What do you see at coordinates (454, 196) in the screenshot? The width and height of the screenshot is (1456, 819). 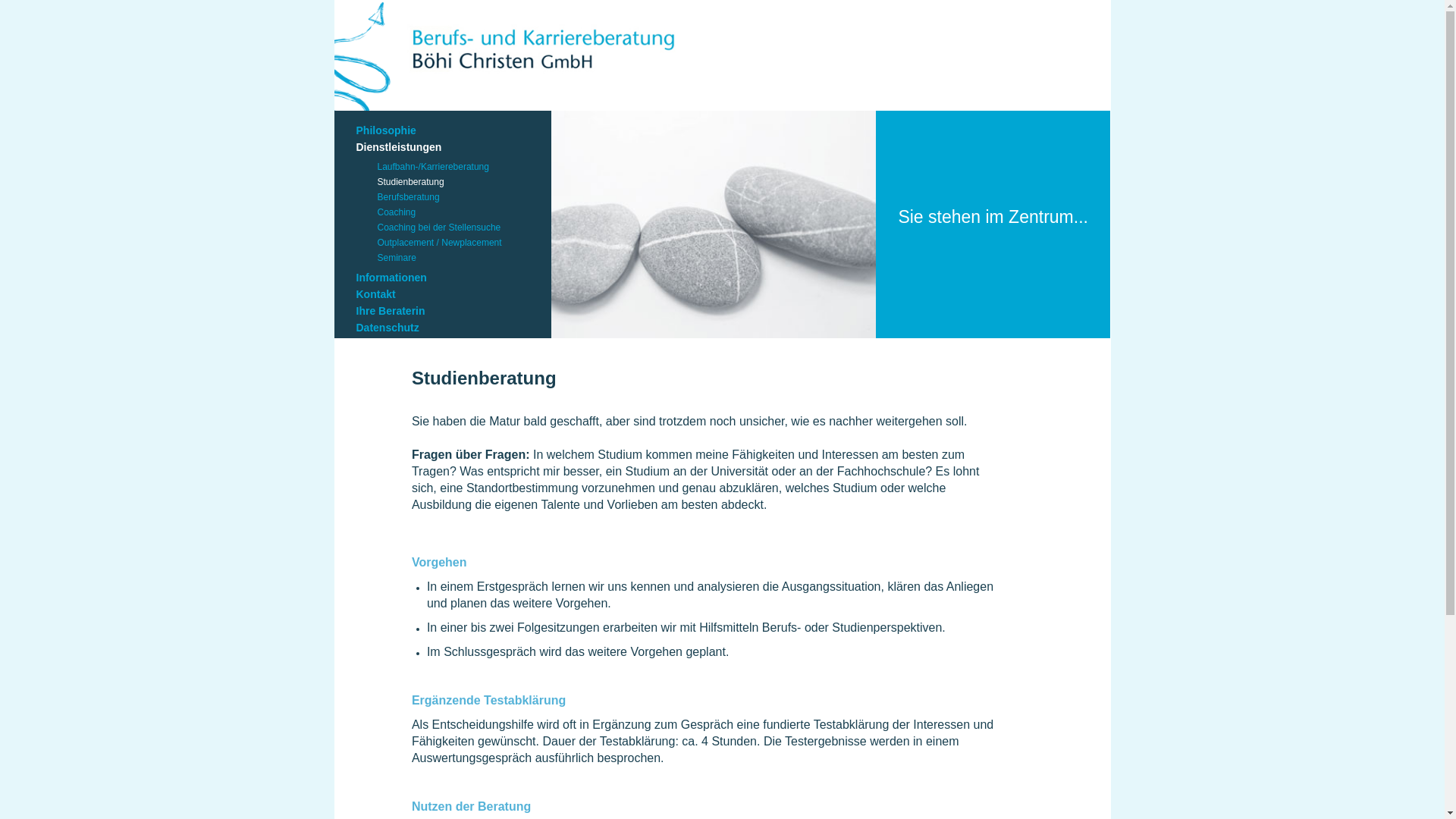 I see `'Berufsberatung'` at bounding box center [454, 196].